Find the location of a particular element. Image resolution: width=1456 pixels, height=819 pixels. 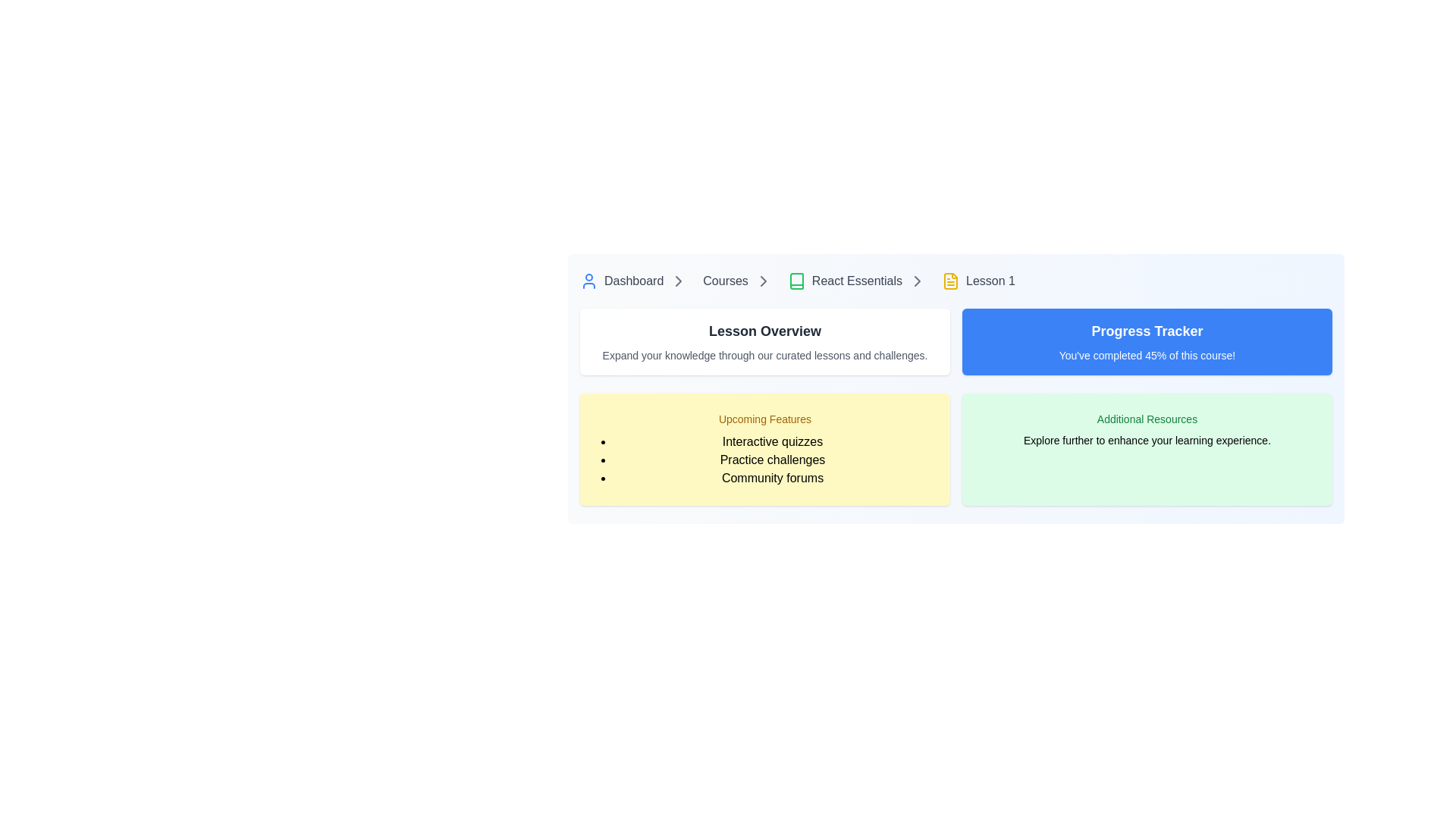

the first link in the breadcrumb navigation is located at coordinates (637, 281).